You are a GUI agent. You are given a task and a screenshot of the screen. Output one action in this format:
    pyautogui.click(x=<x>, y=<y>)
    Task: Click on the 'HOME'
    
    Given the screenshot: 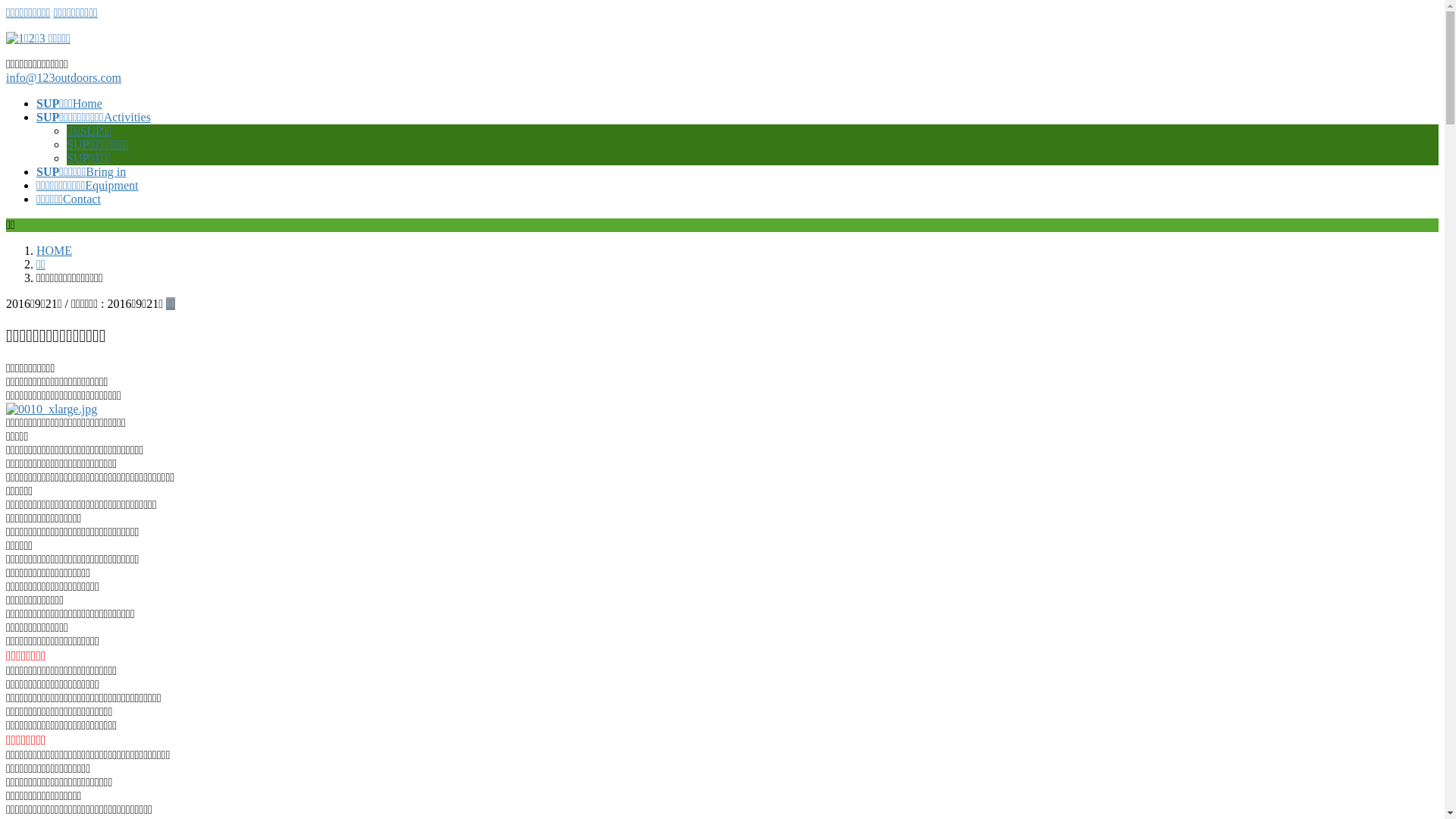 What is the action you would take?
    pyautogui.click(x=36, y=249)
    